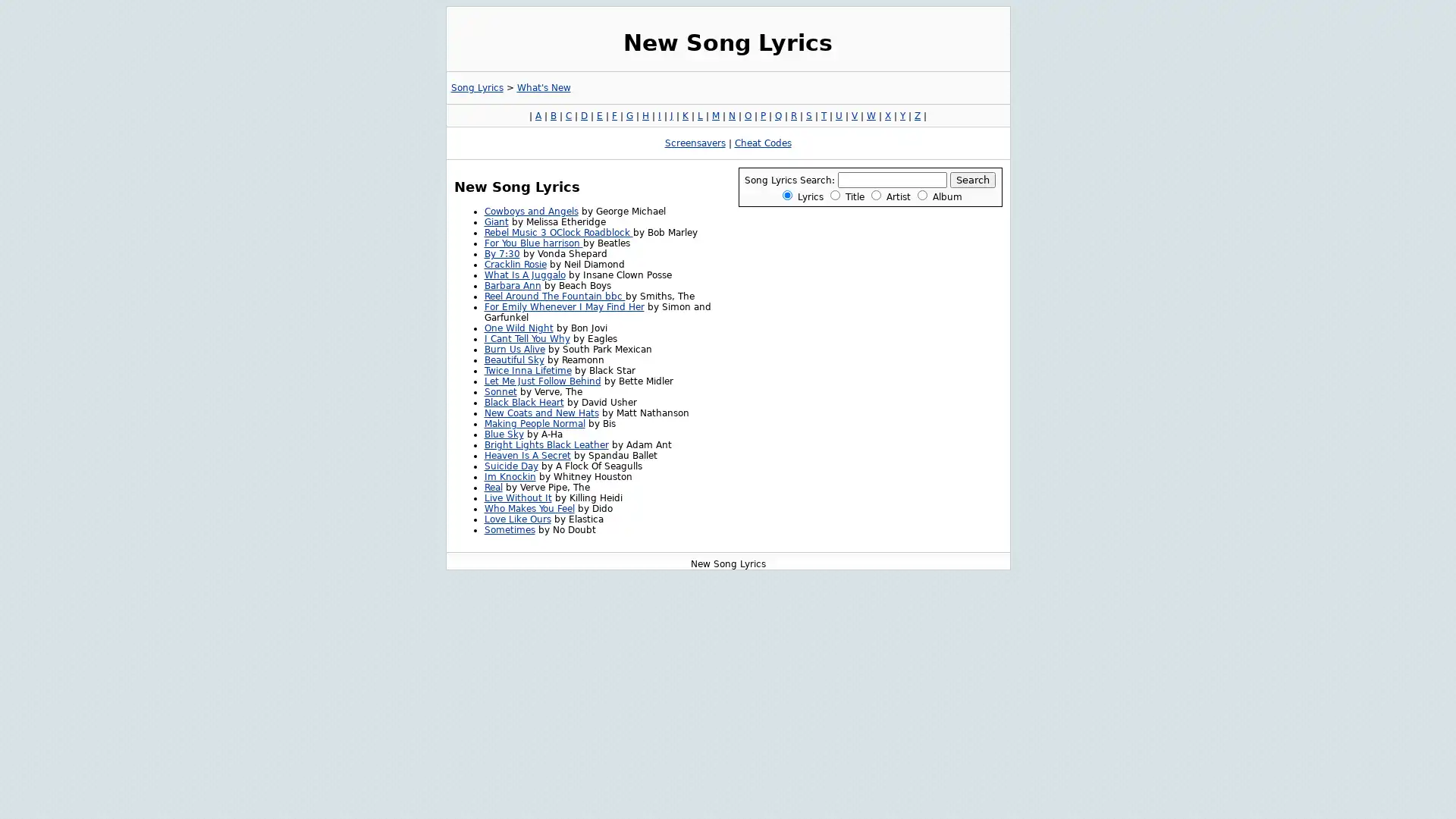 This screenshot has width=1456, height=819. Describe the element at coordinates (972, 179) in the screenshot. I see `Search` at that location.